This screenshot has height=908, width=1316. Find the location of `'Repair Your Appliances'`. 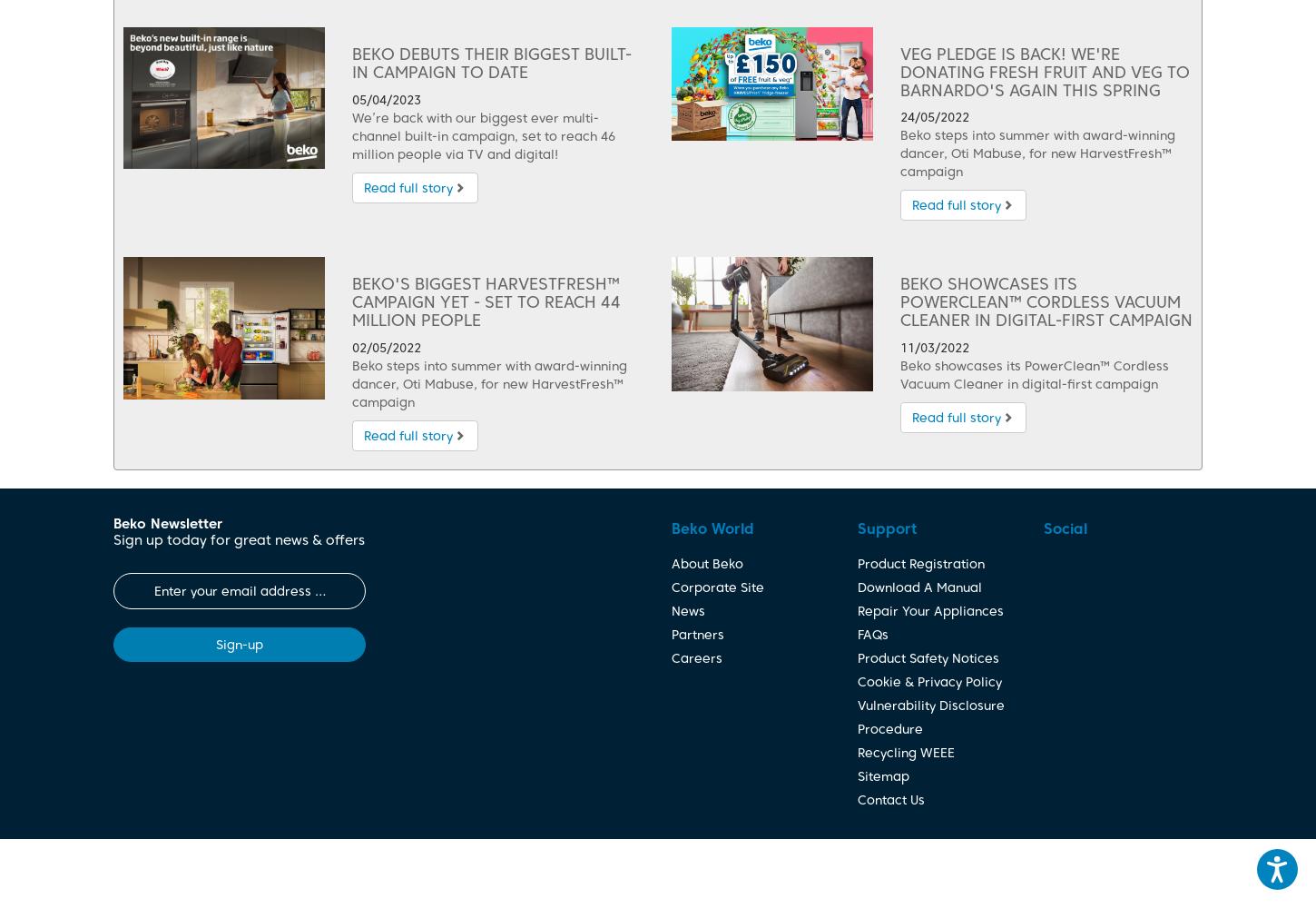

'Repair Your Appliances' is located at coordinates (930, 610).